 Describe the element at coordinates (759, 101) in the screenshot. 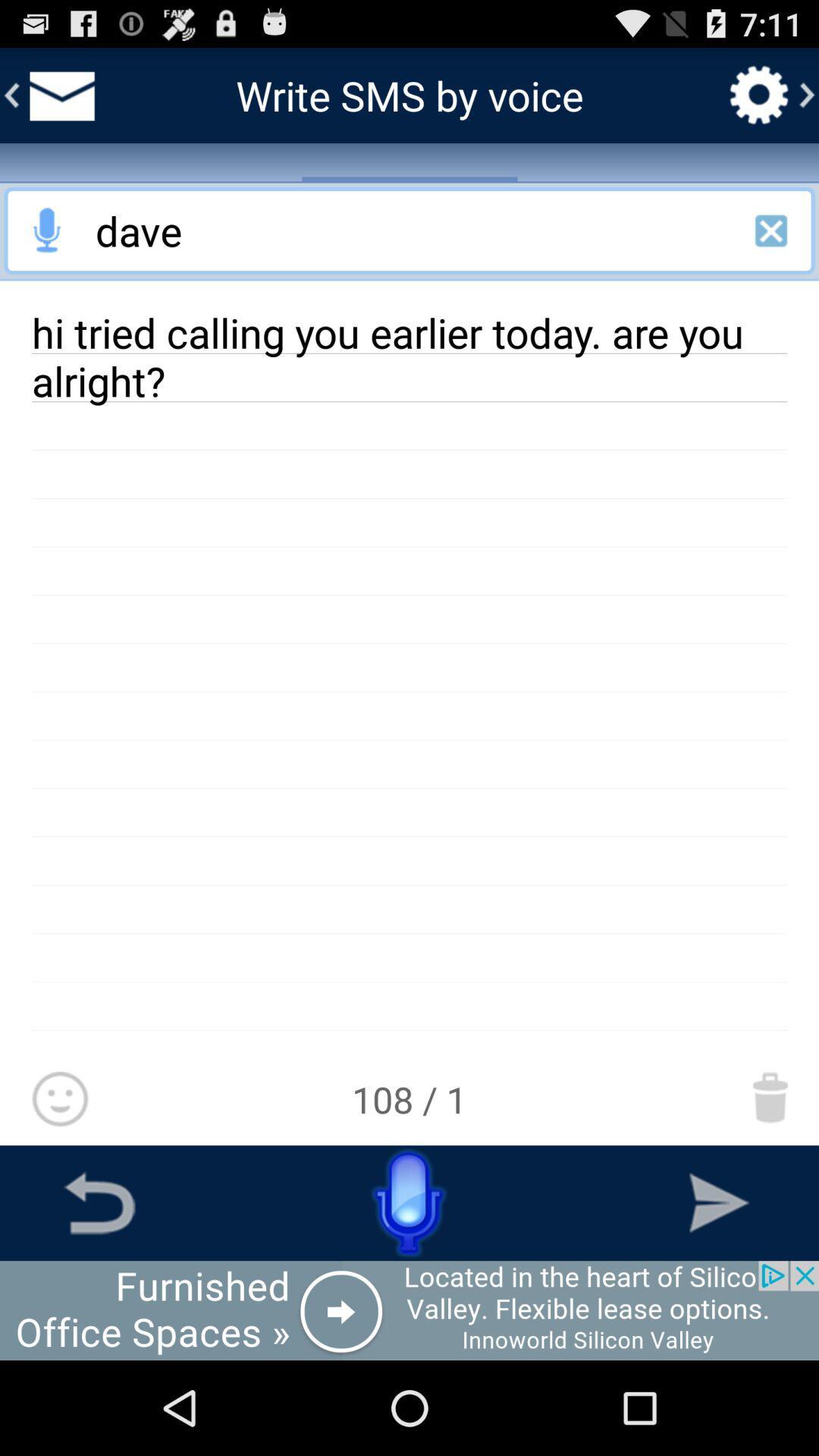

I see `the settings icon` at that location.